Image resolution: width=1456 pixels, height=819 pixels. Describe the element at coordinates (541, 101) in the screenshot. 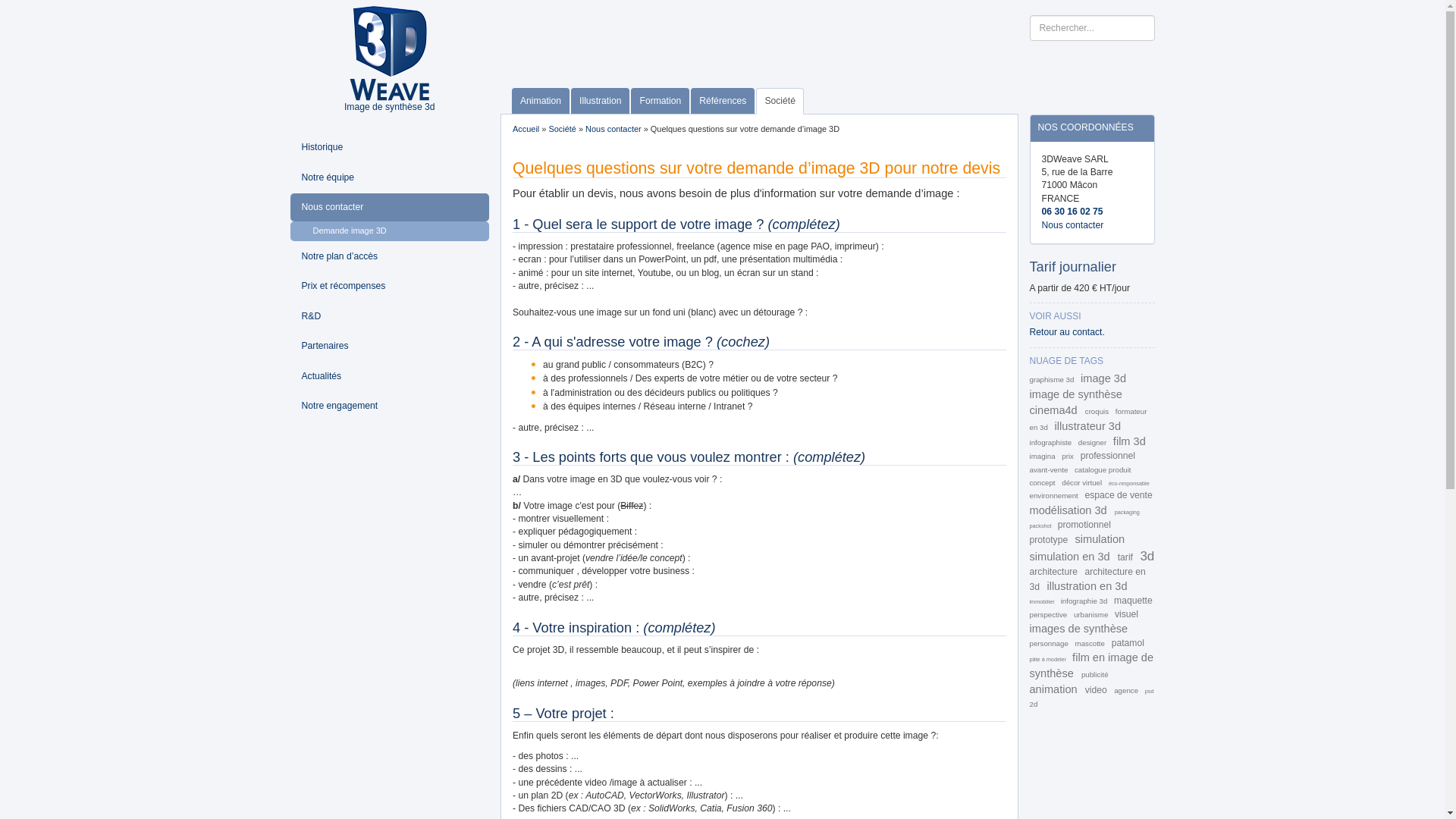

I see `'Animation'` at that location.